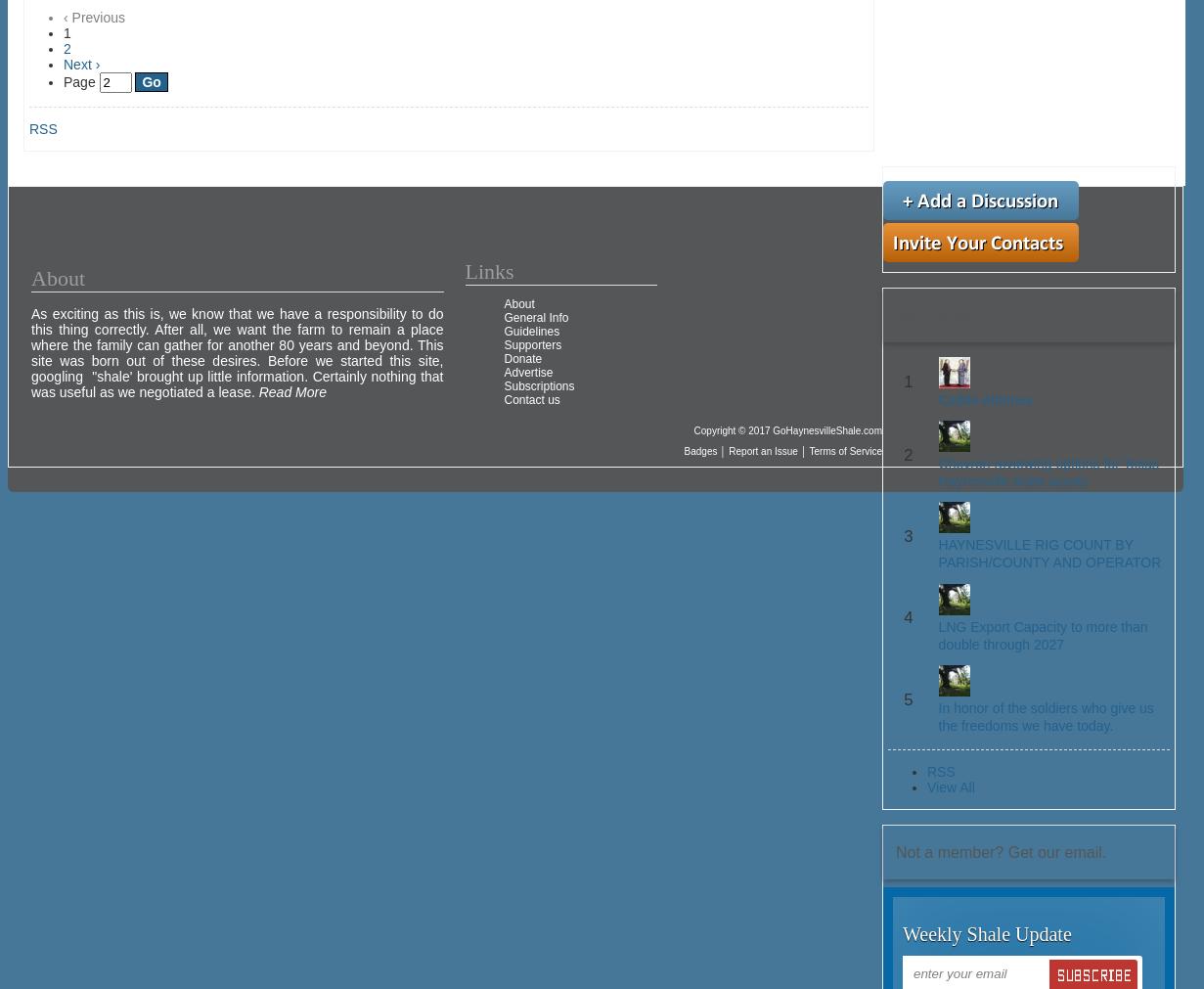 The height and width of the screenshot is (989, 1204). Describe the element at coordinates (81, 64) in the screenshot. I see `'Next ›'` at that location.